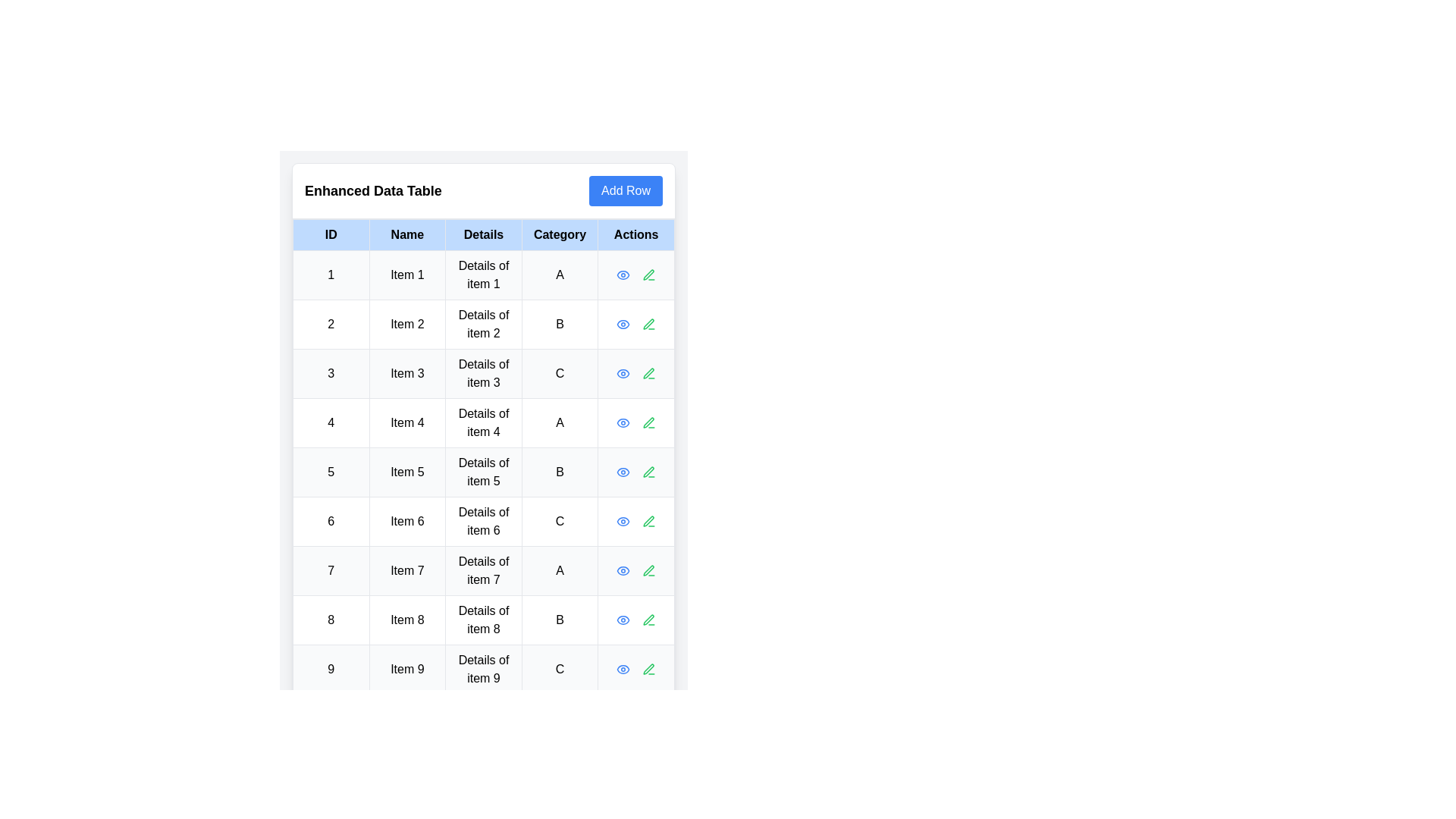  I want to click on the 'View' button located in row '3' under the 'Actions' column, which is to the immediate left of a green pencil icon, so click(623, 374).